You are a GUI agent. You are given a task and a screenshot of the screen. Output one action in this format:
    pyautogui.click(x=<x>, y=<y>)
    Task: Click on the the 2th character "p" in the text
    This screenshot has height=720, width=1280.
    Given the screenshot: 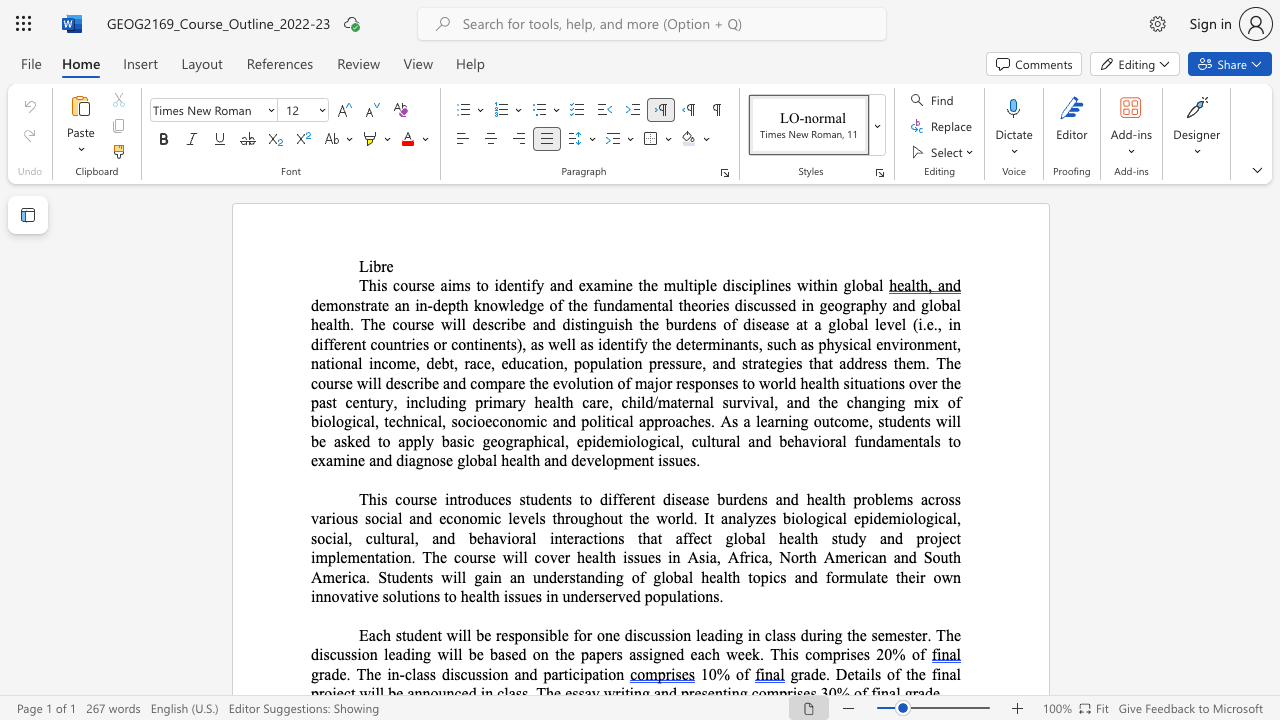 What is the action you would take?
    pyautogui.click(x=650, y=420)
    